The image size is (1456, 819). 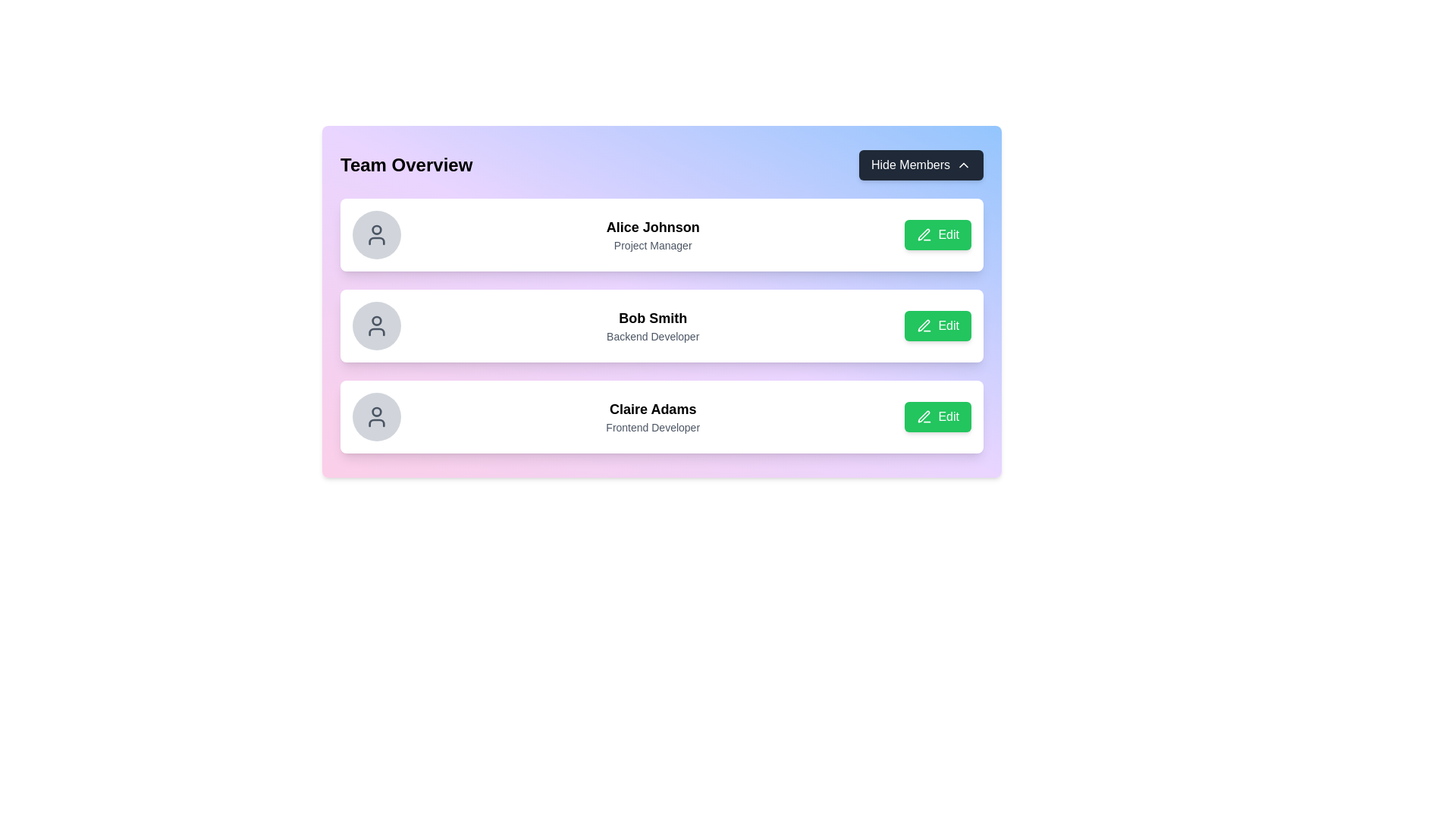 I want to click on the pen icon associated with the 'Edit' button for the topmost team member, Alice Johnson, to initiate the edit action, so click(x=924, y=234).